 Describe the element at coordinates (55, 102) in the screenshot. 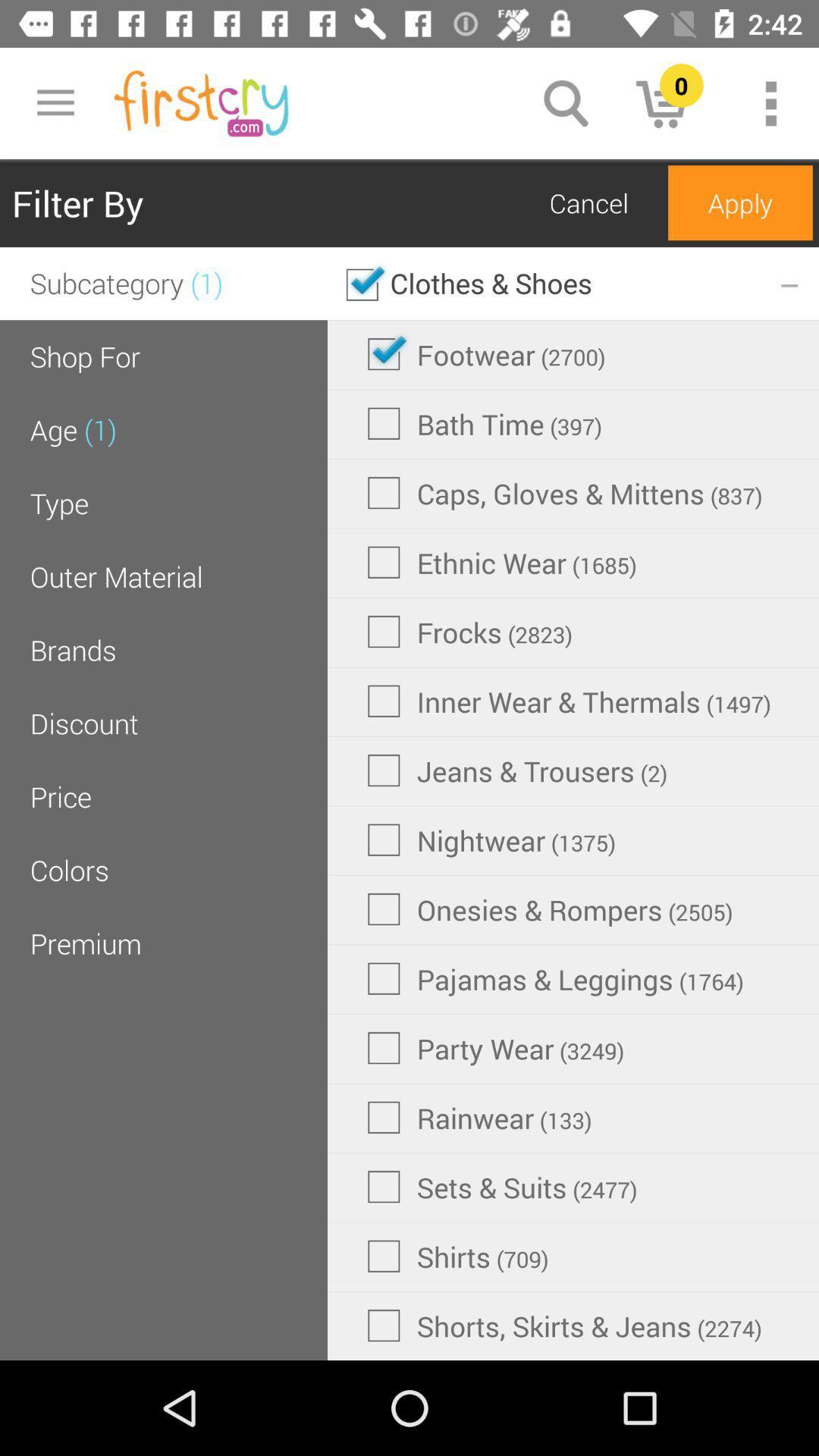

I see `item above the filter by icon` at that location.